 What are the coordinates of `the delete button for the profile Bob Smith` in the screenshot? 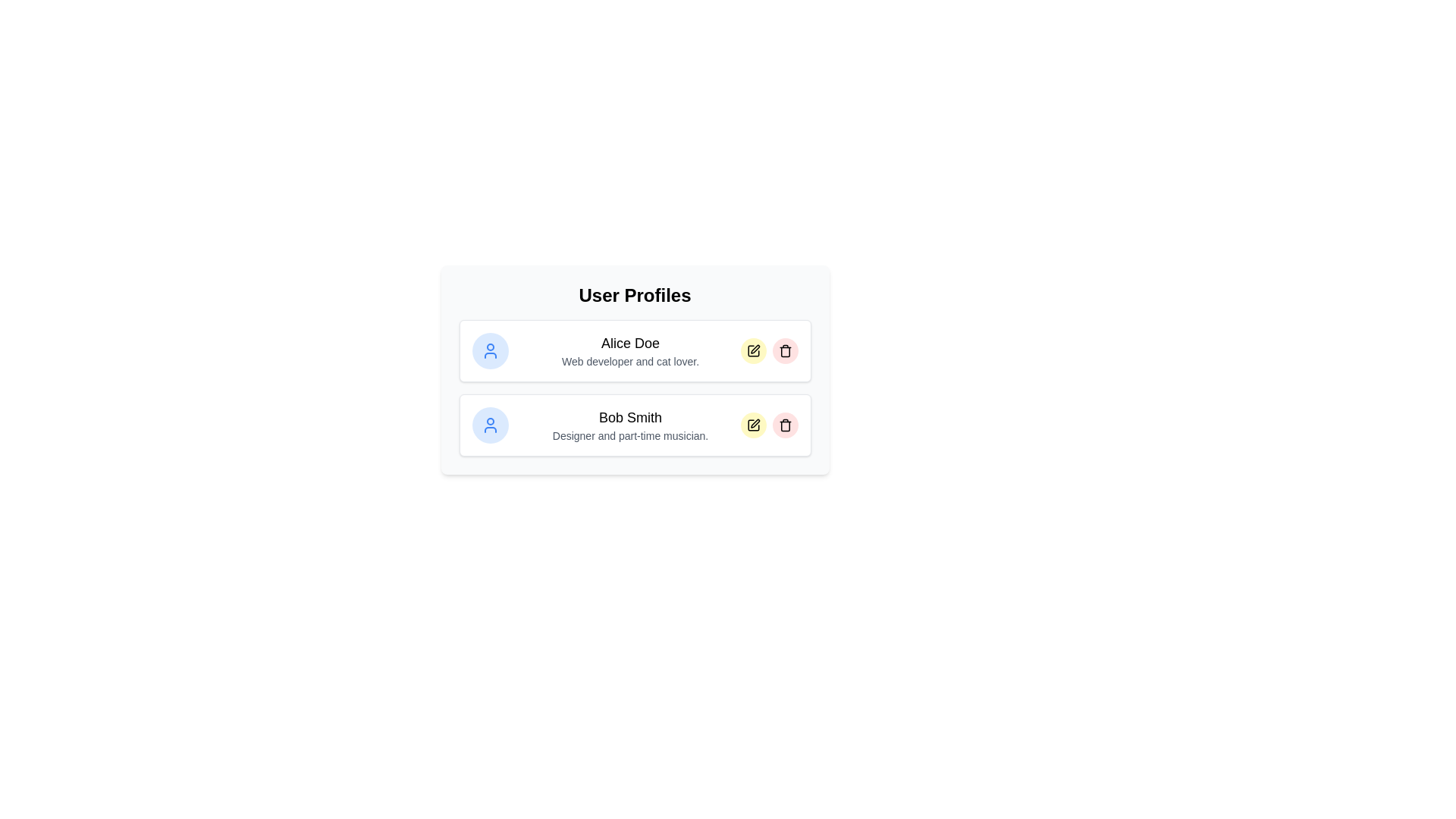 It's located at (785, 425).